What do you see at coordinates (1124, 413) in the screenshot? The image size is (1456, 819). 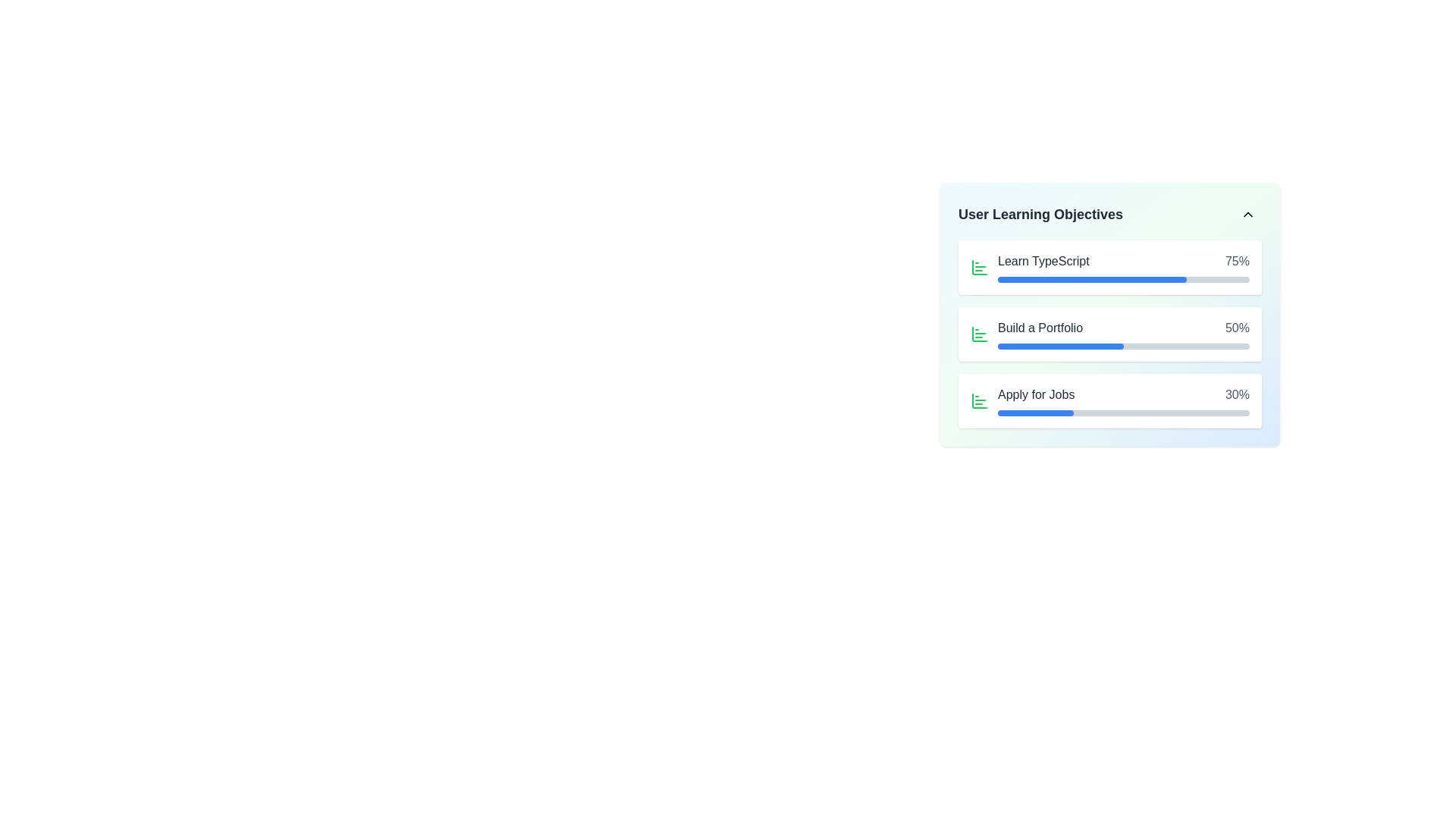 I see `the progress bar representing a 30% completion for the 'Apply for Jobs' objective located beneath the text 'Apply for Jobs' in the 'User Learning Objectives' section` at bounding box center [1124, 413].